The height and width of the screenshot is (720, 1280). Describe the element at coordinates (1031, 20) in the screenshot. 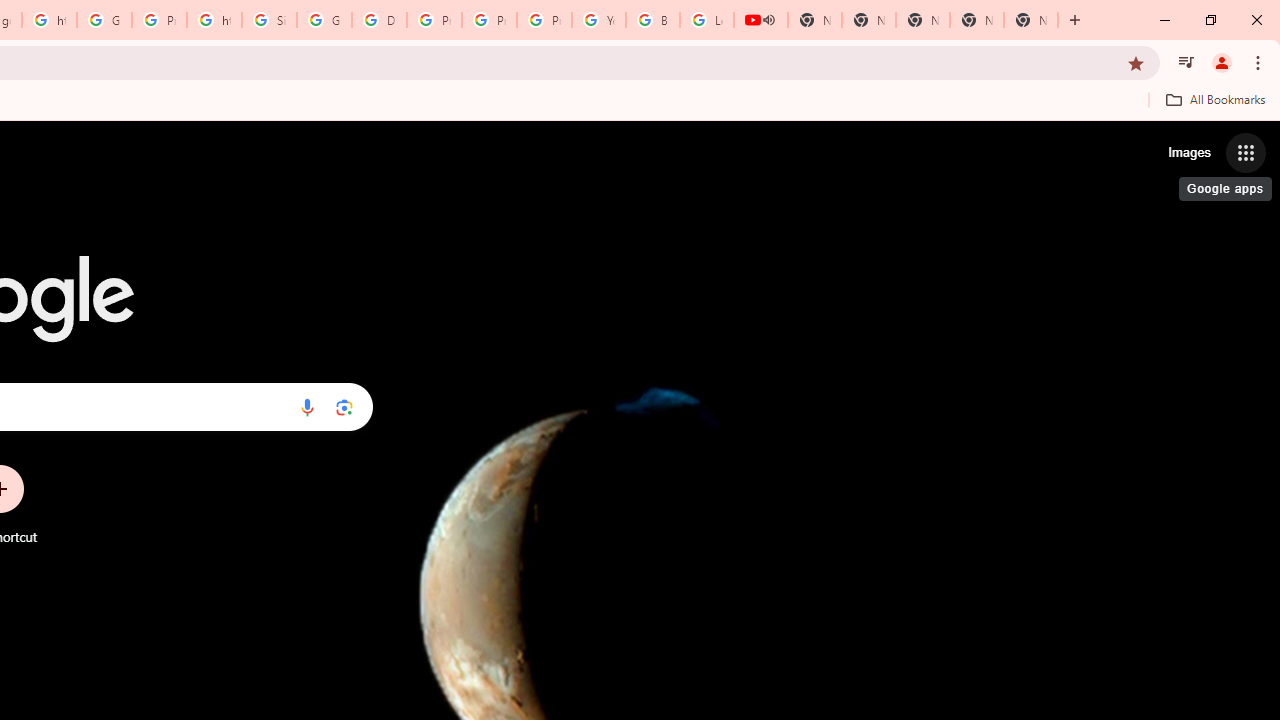

I see `'New Tab'` at that location.